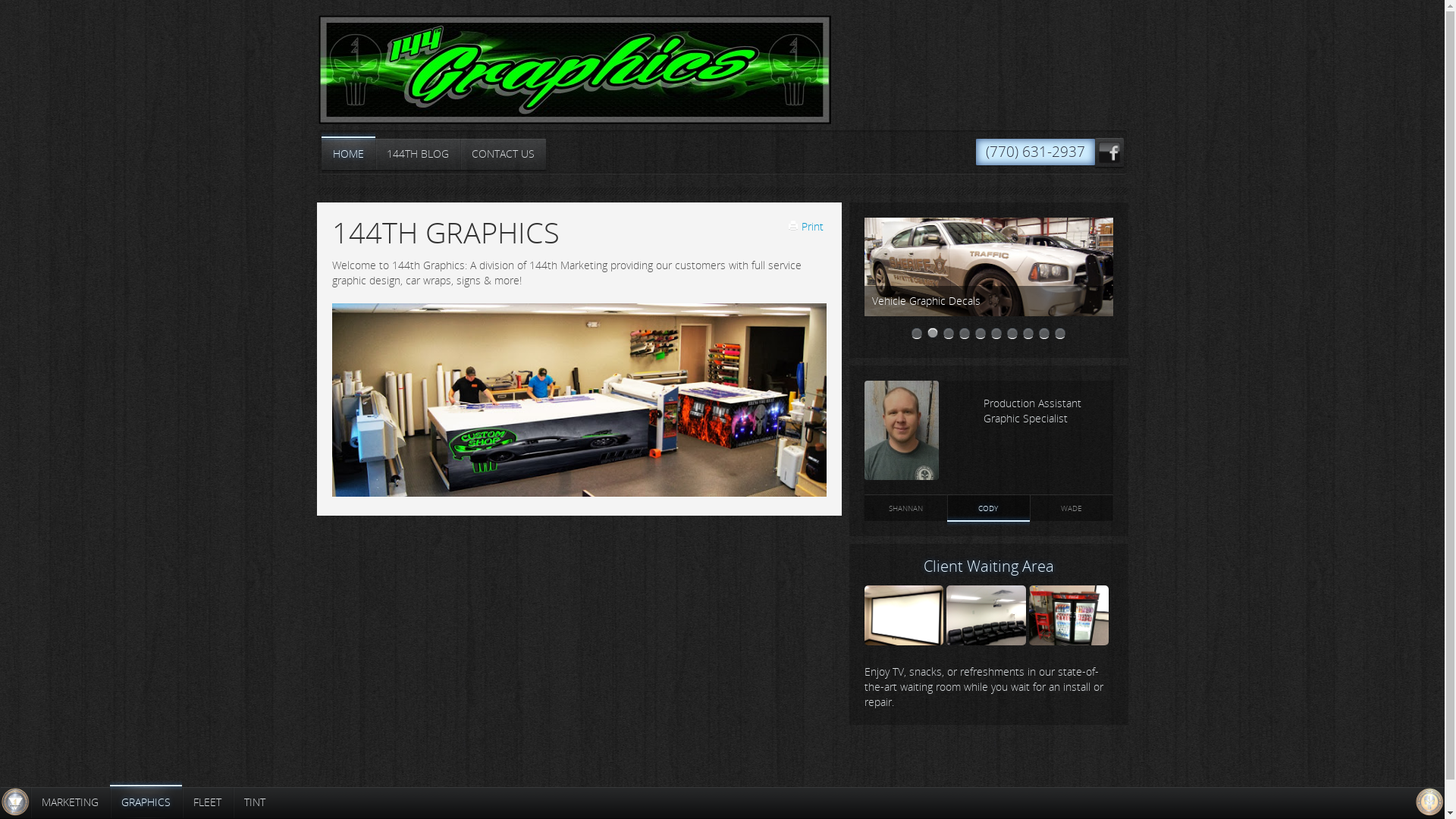 This screenshot has width=1456, height=819. What do you see at coordinates (1034, 152) in the screenshot?
I see `'(770) 631-2937'` at bounding box center [1034, 152].